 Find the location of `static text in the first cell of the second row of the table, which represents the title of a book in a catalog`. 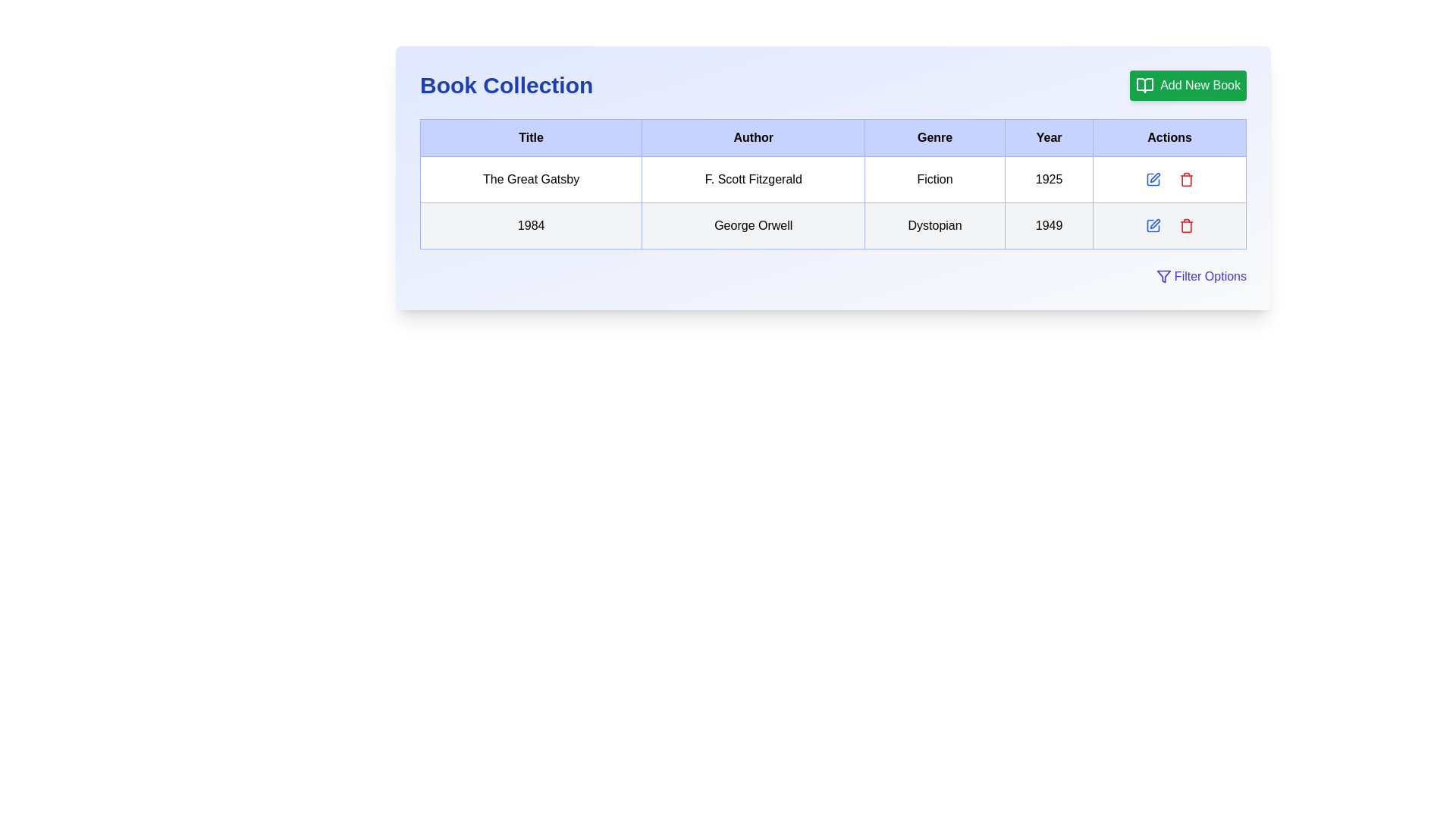

static text in the first cell of the second row of the table, which represents the title of a book in a catalog is located at coordinates (531, 225).